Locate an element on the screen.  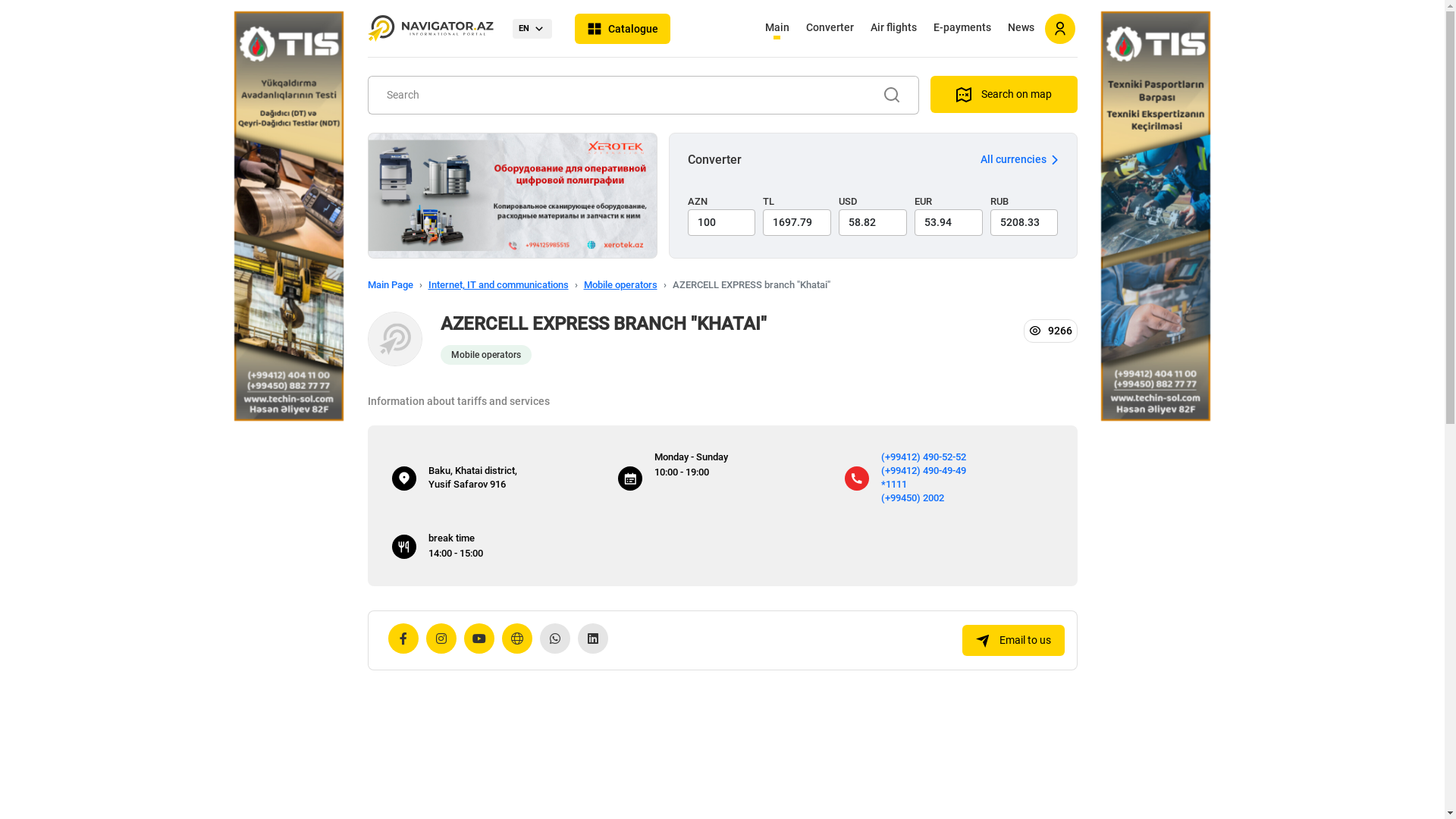
'Converter' is located at coordinates (828, 29).